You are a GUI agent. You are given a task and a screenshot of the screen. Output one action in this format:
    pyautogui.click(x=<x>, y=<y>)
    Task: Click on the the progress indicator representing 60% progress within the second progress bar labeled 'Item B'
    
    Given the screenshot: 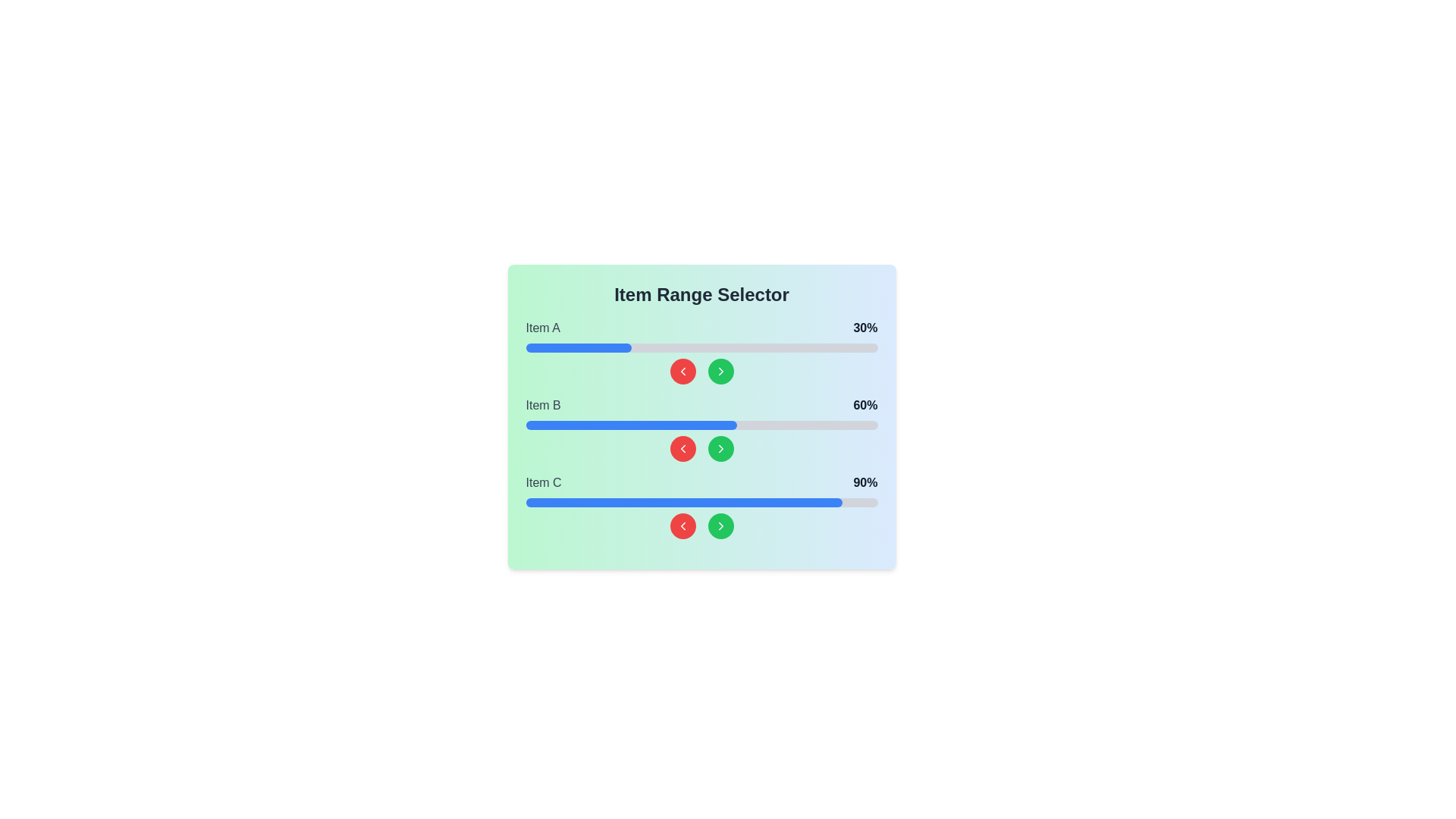 What is the action you would take?
    pyautogui.click(x=631, y=425)
    